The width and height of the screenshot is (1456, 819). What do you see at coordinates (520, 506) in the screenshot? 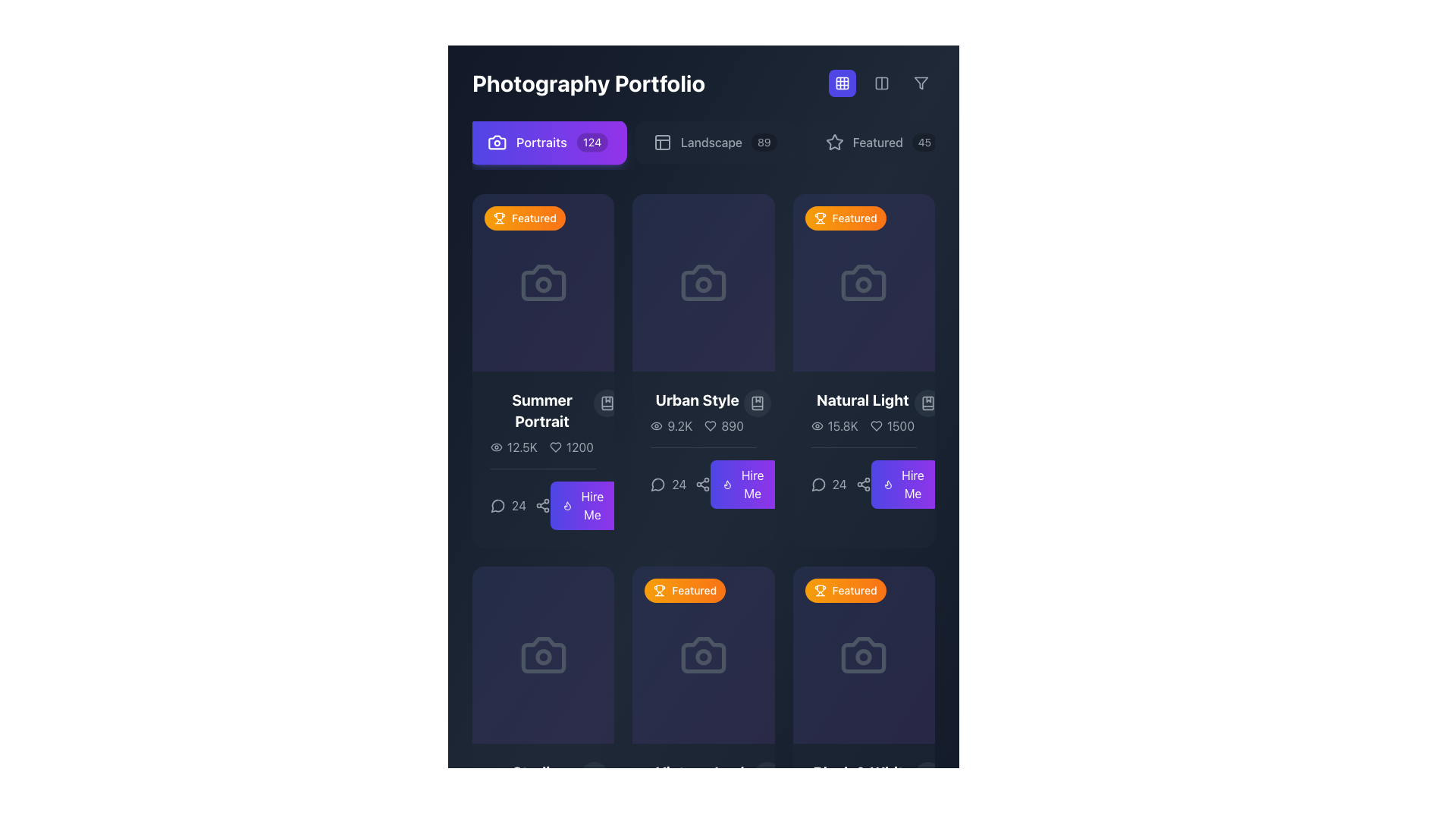
I see `the numeric counter text label located below the 'Summer Portrait' section` at bounding box center [520, 506].